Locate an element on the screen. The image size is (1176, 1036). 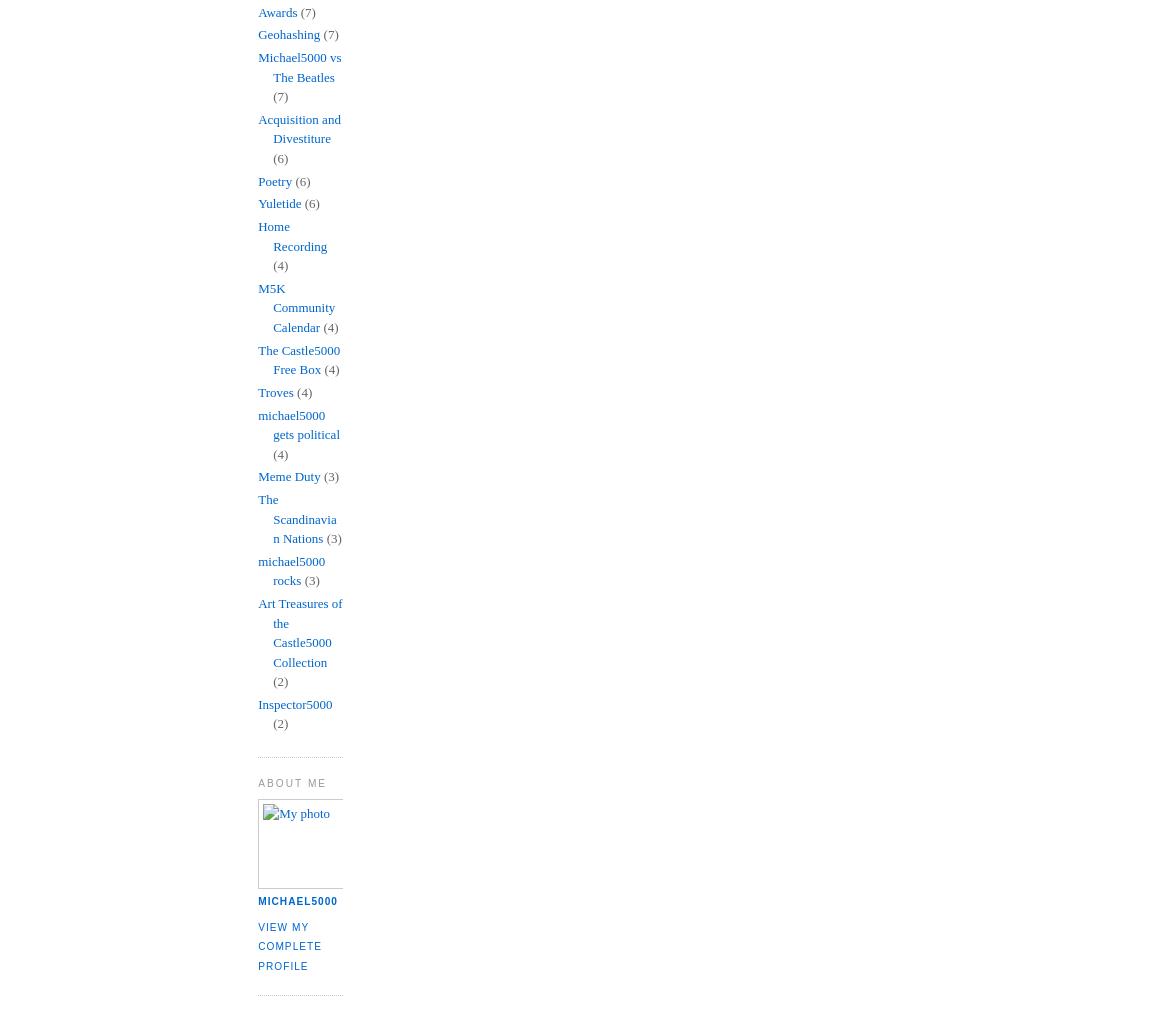
'Yuletide' is located at coordinates (279, 203).